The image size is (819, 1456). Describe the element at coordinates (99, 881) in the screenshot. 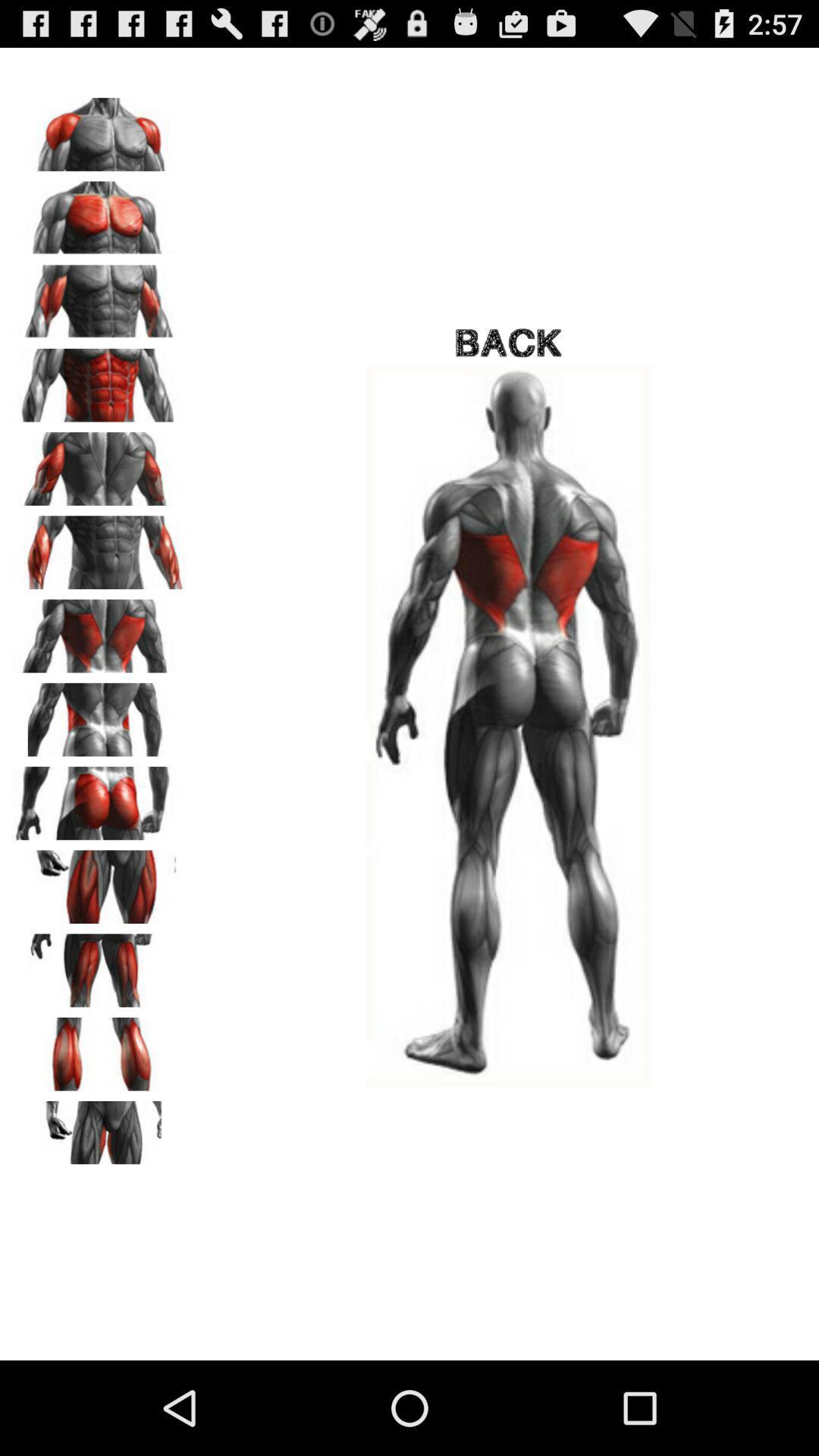

I see `enlarge picture` at that location.